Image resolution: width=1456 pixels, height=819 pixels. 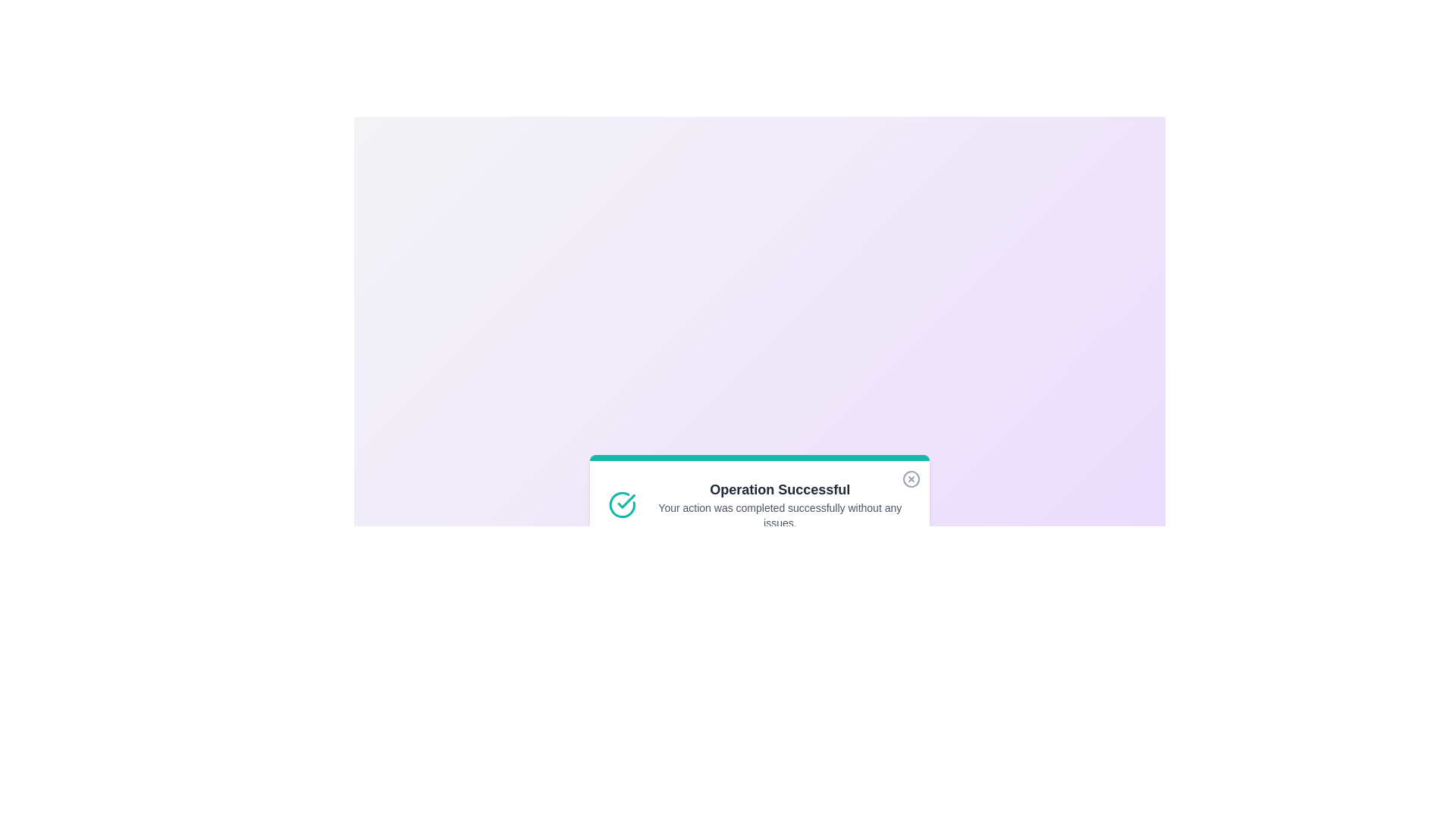 I want to click on the close button in the top-right corner of the alert dialog, so click(x=910, y=479).